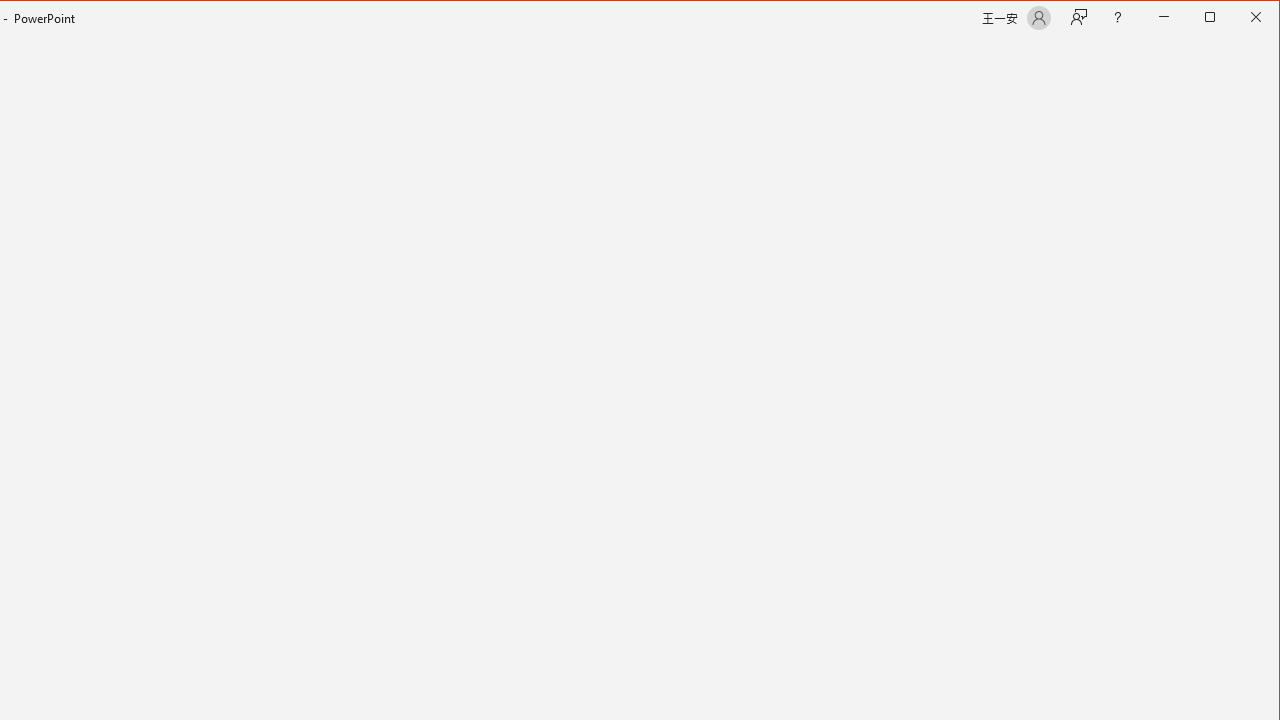 The height and width of the screenshot is (720, 1280). What do you see at coordinates (1238, 19) in the screenshot?
I see `'Maximize'` at bounding box center [1238, 19].